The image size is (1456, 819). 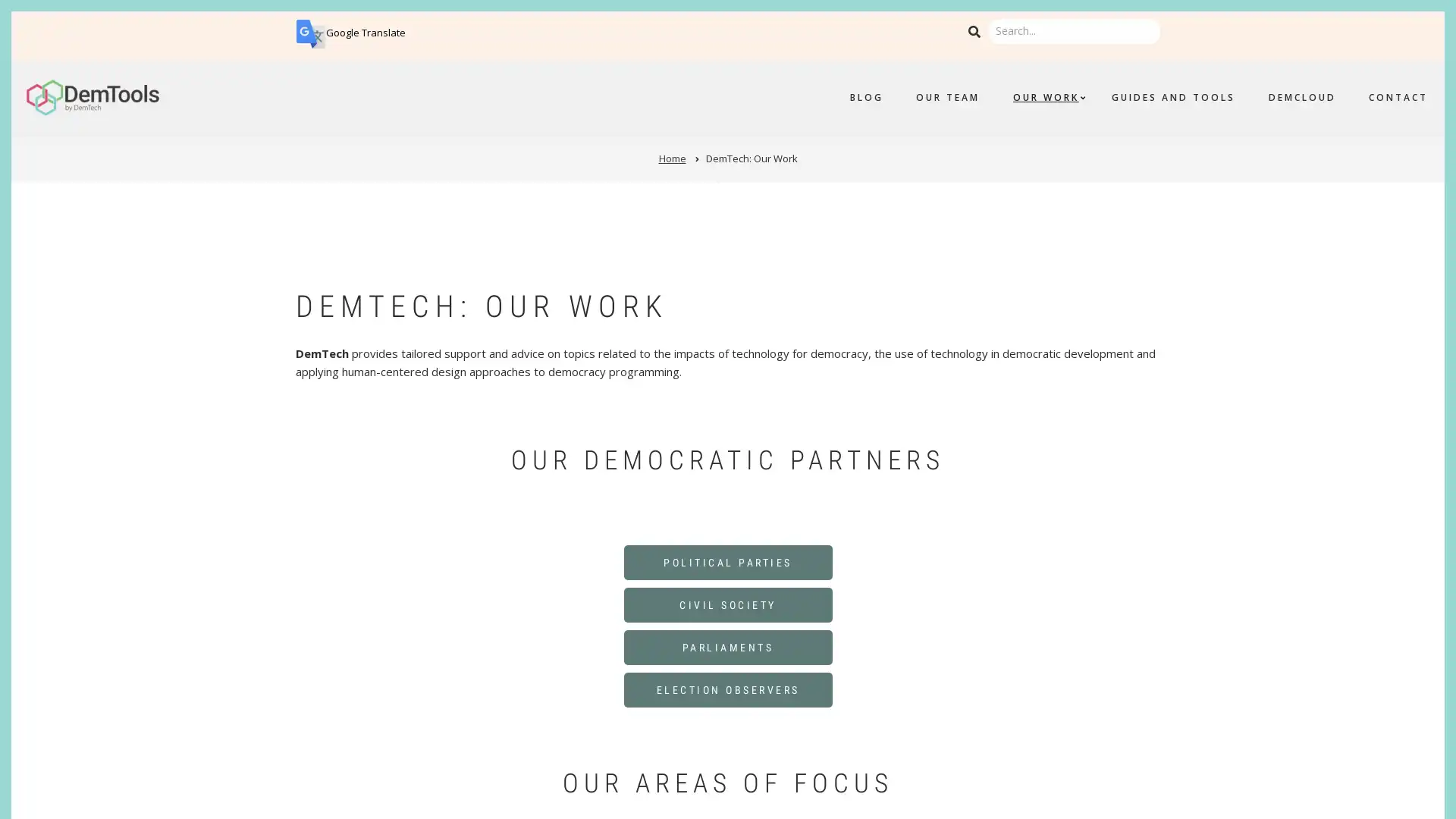 What do you see at coordinates (974, 32) in the screenshot?
I see `Search` at bounding box center [974, 32].